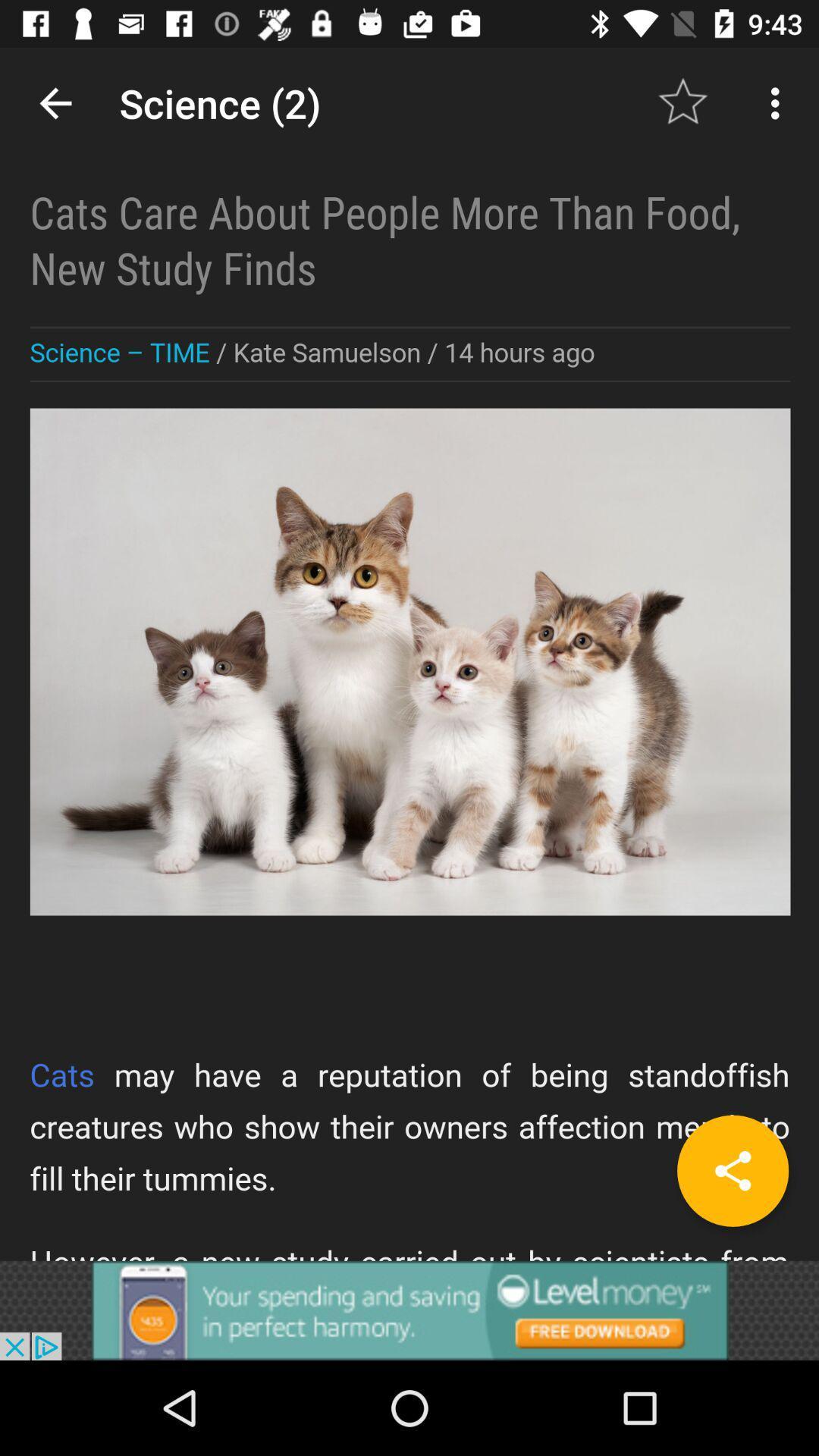 The width and height of the screenshot is (819, 1456). I want to click on page, so click(732, 1170).